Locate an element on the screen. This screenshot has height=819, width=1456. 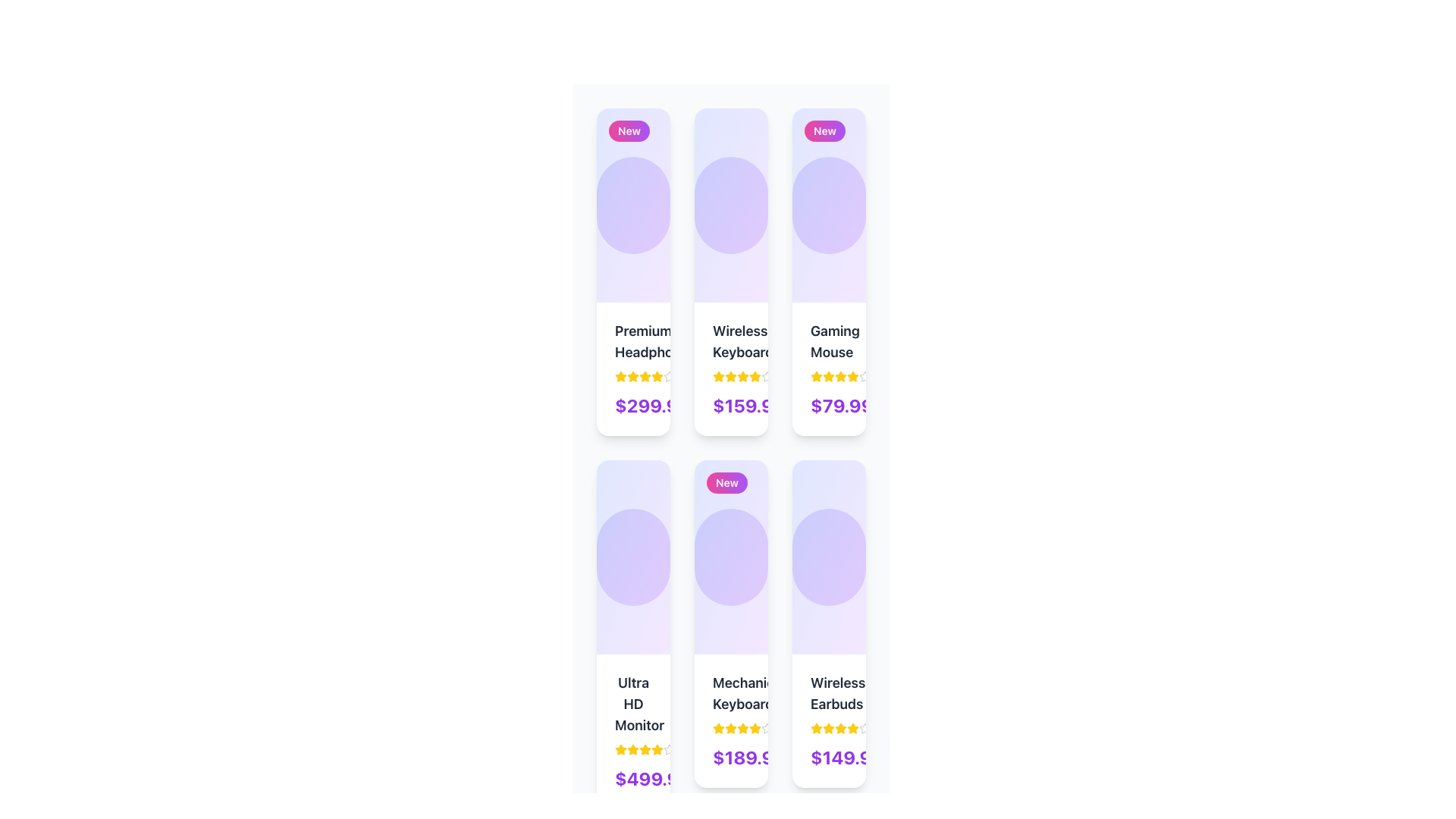
bold purple text label displaying the price '$499.99' located at the bottom section of the product card, directly below the product rating and name is located at coordinates (653, 778).